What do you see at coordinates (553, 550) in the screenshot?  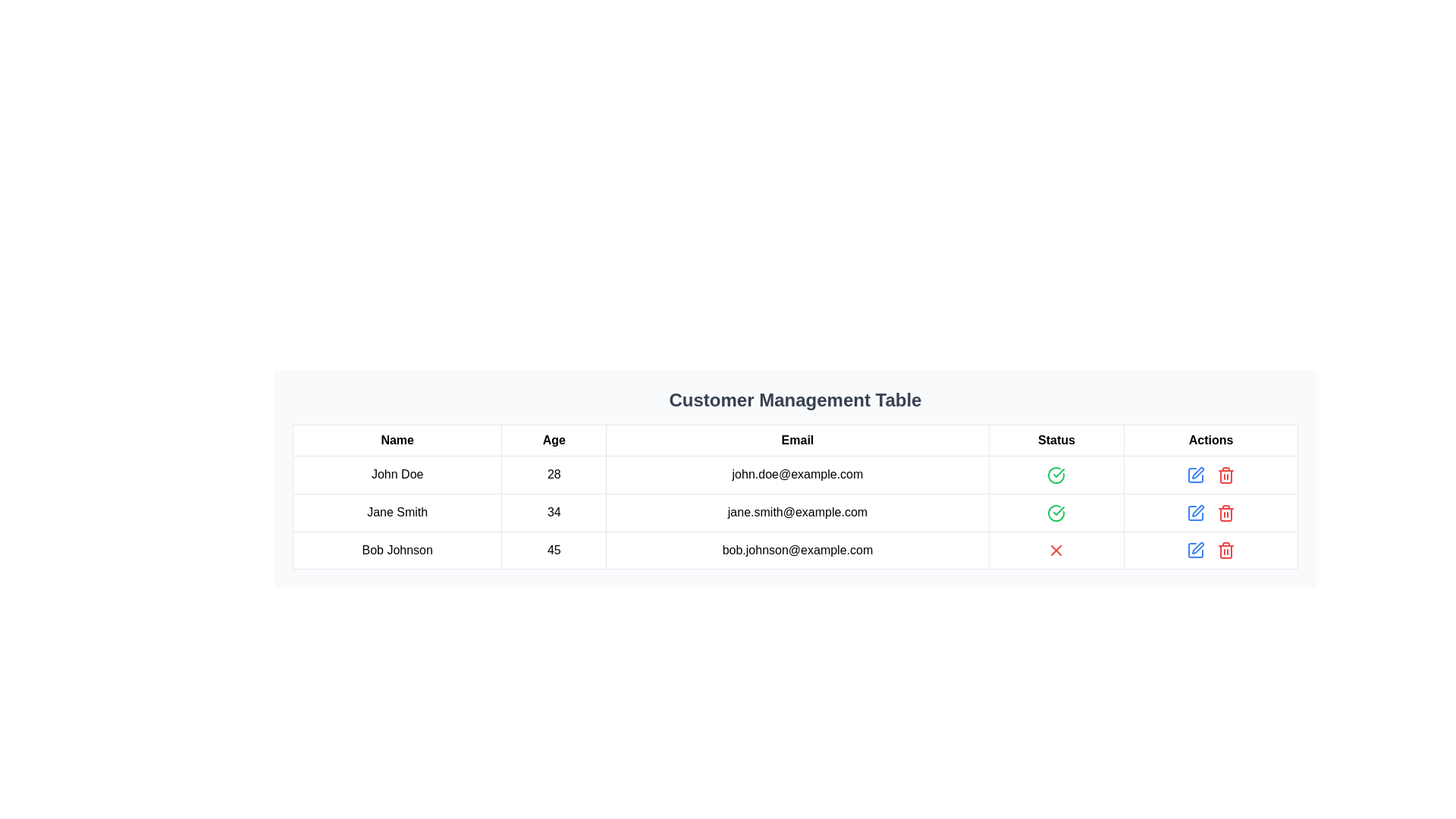 I see `the table cell displaying the age of the user 'Bob Johnson', located in the second column of the last row of the table under the 'Age' column` at bounding box center [553, 550].